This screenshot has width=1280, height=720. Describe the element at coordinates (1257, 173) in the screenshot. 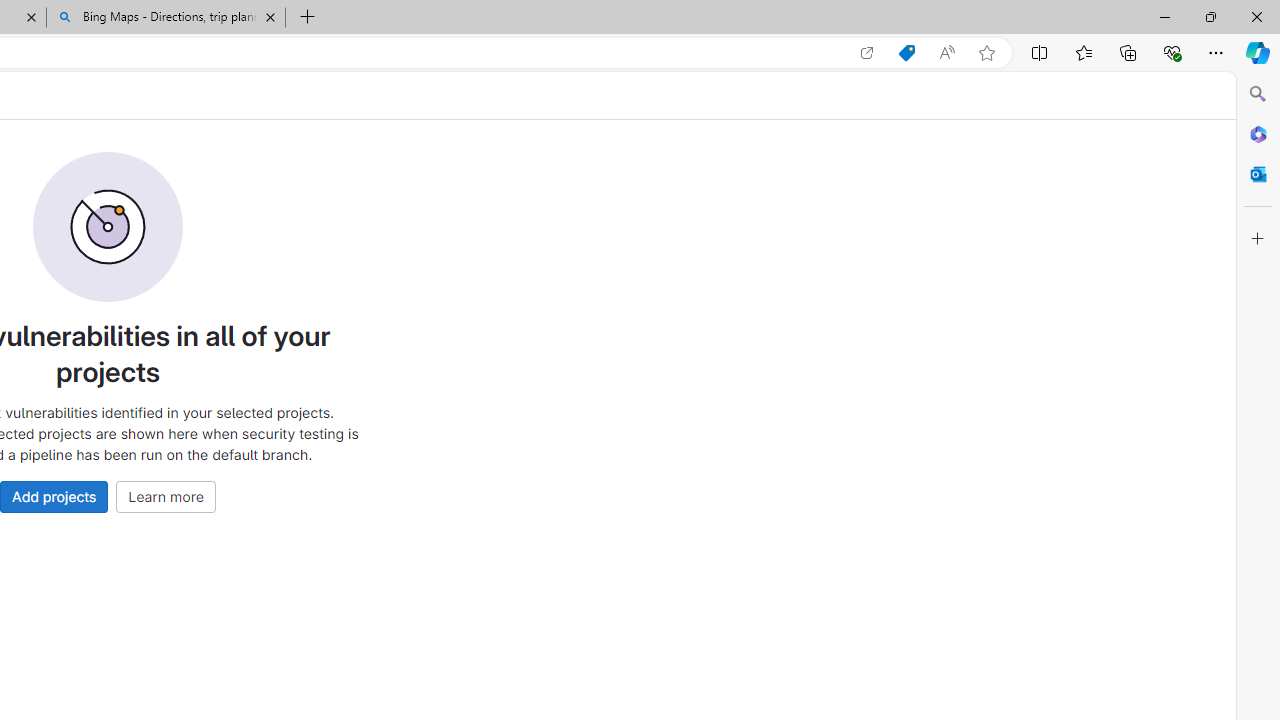

I see `'Outlook'` at that location.